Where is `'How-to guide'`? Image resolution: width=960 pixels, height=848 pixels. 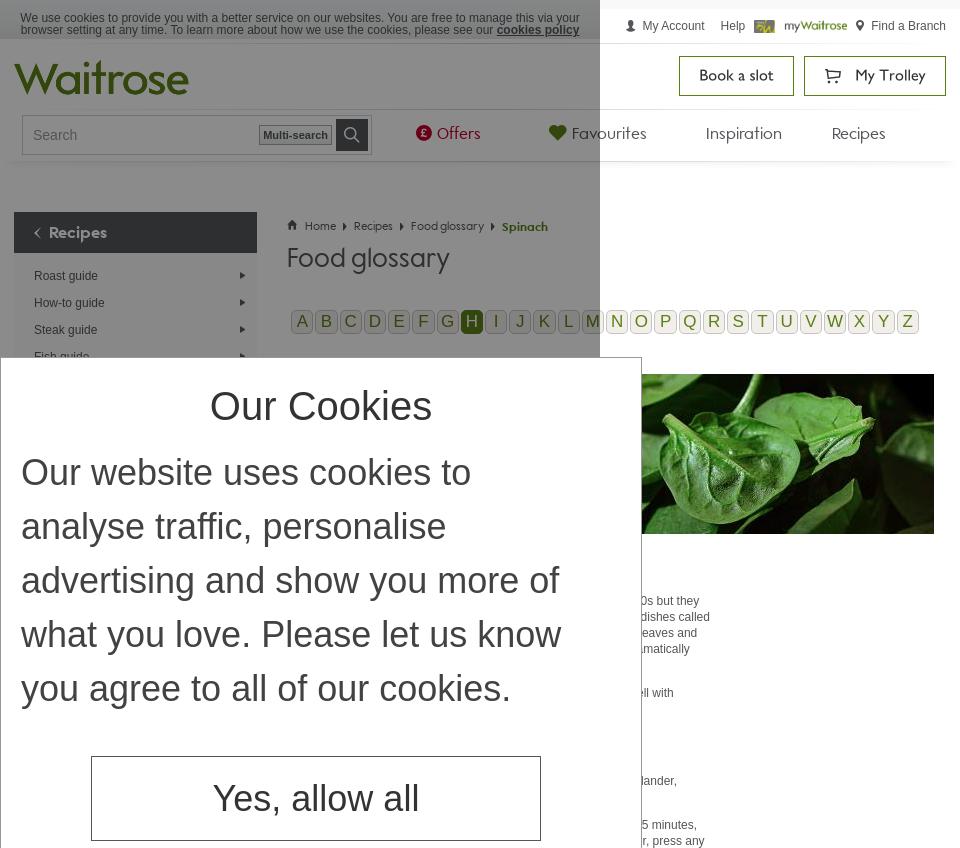
'How-to guide' is located at coordinates (69, 302).